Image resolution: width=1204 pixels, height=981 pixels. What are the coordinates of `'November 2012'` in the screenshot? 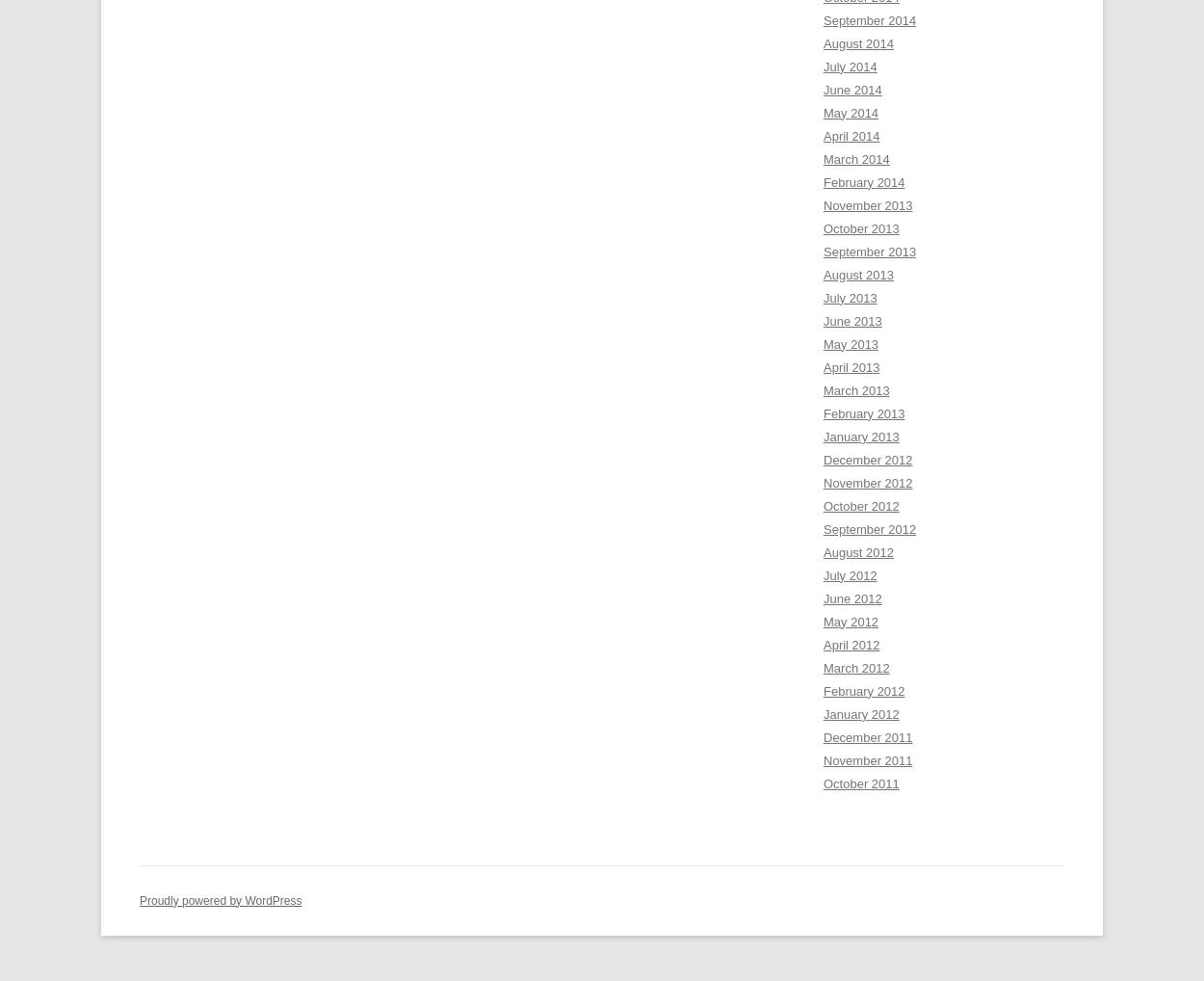 It's located at (868, 482).